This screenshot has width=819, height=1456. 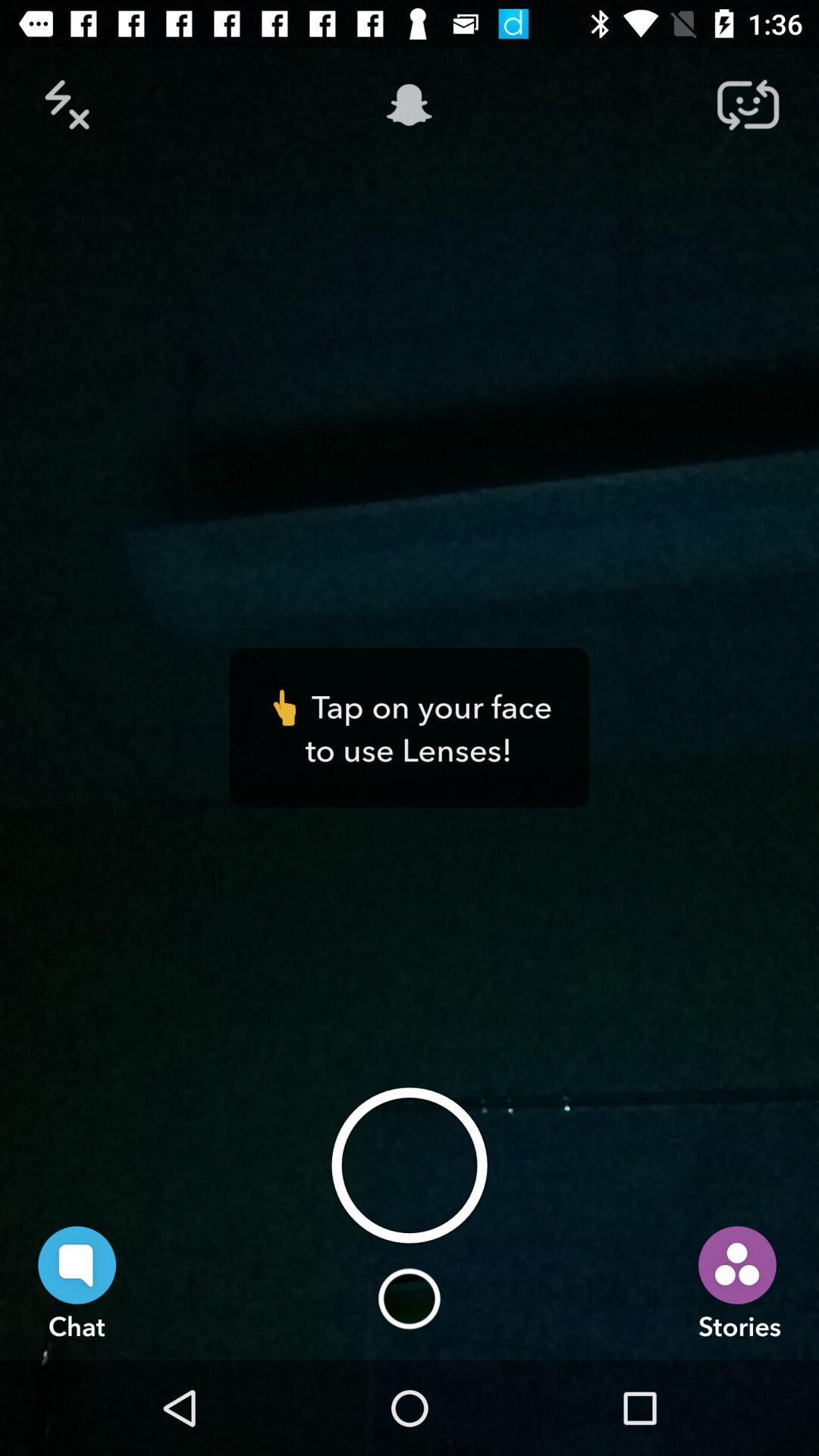 What do you see at coordinates (71, 104) in the screenshot?
I see `go back` at bounding box center [71, 104].